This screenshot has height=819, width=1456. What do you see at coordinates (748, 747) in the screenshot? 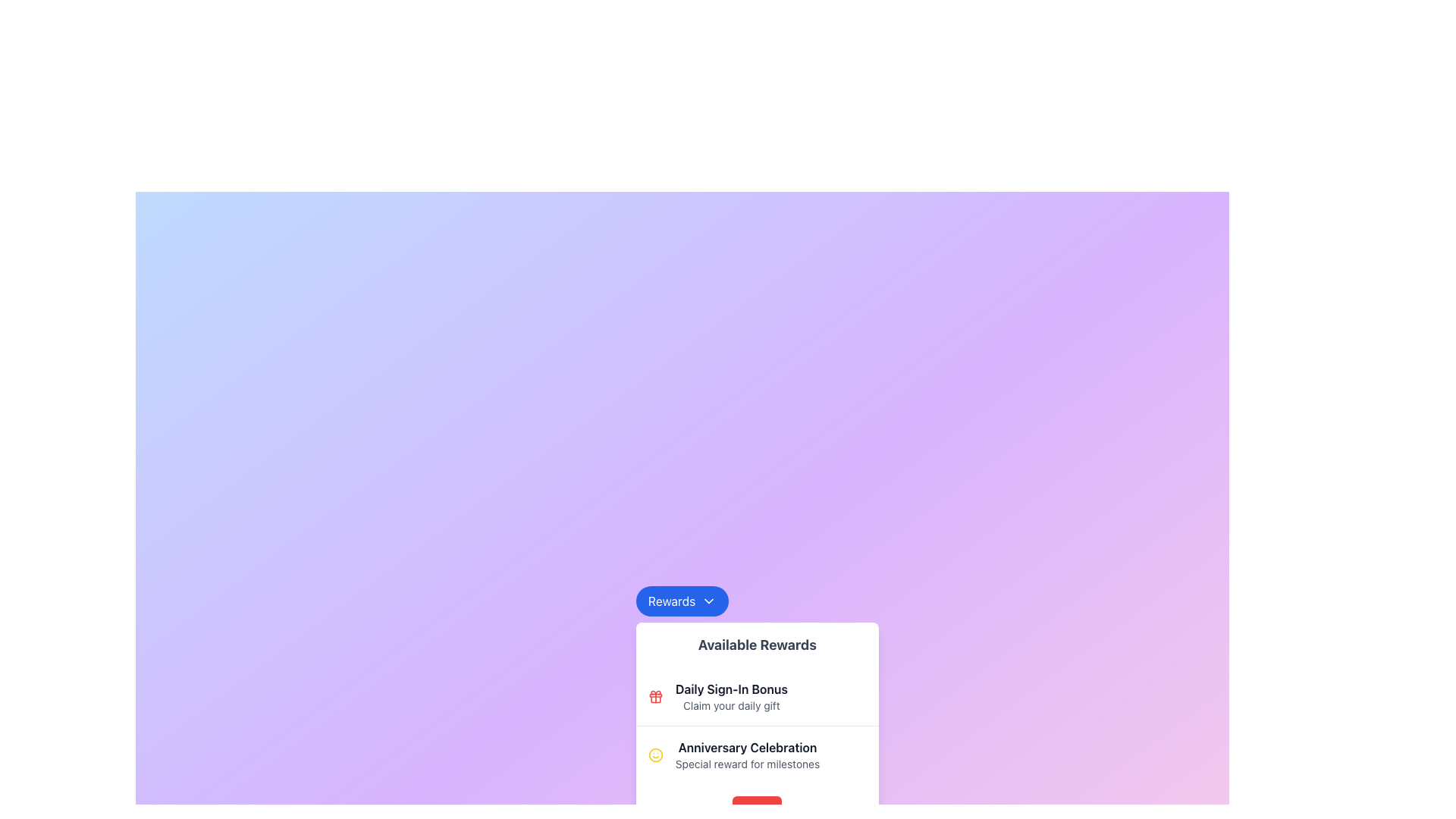
I see `text label 'Anniversary Celebration' which is styled in bold and located in the middle portion of the dialog box under the 'Daily Sign-In Bonus' section` at bounding box center [748, 747].